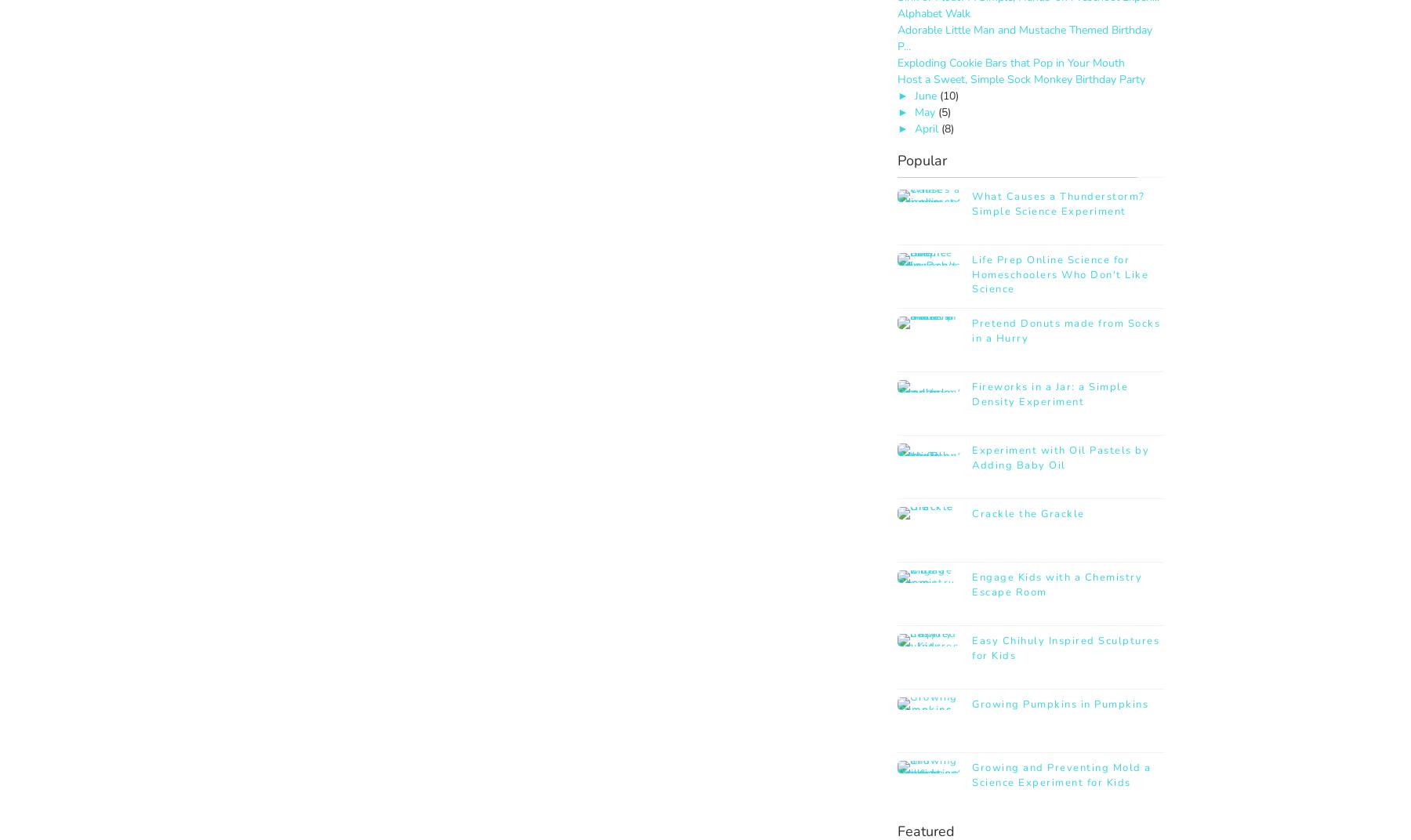 The width and height of the screenshot is (1411, 840). I want to click on 'June', so click(926, 96).